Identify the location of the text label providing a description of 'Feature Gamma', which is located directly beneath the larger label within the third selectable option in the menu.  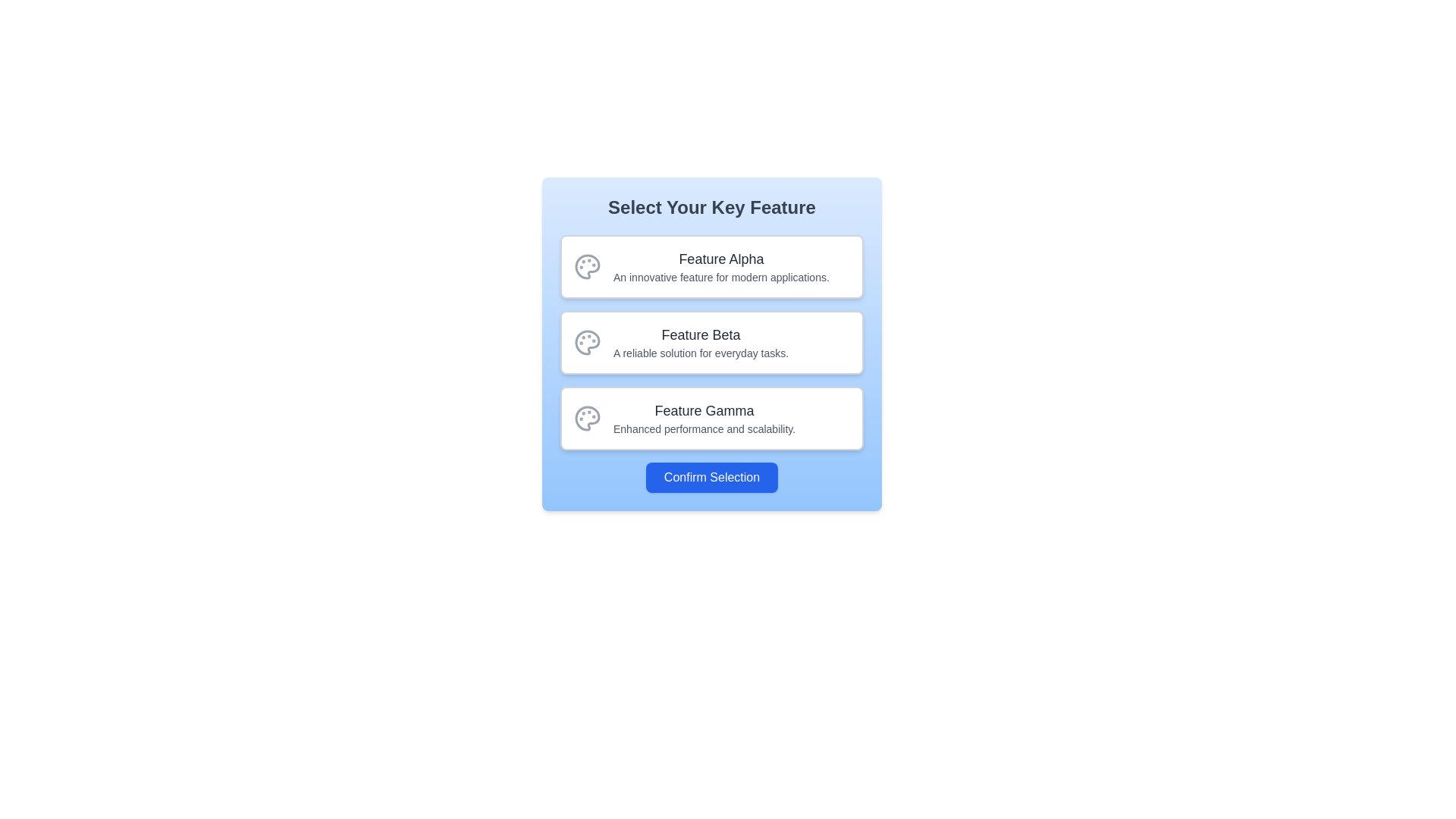
(704, 429).